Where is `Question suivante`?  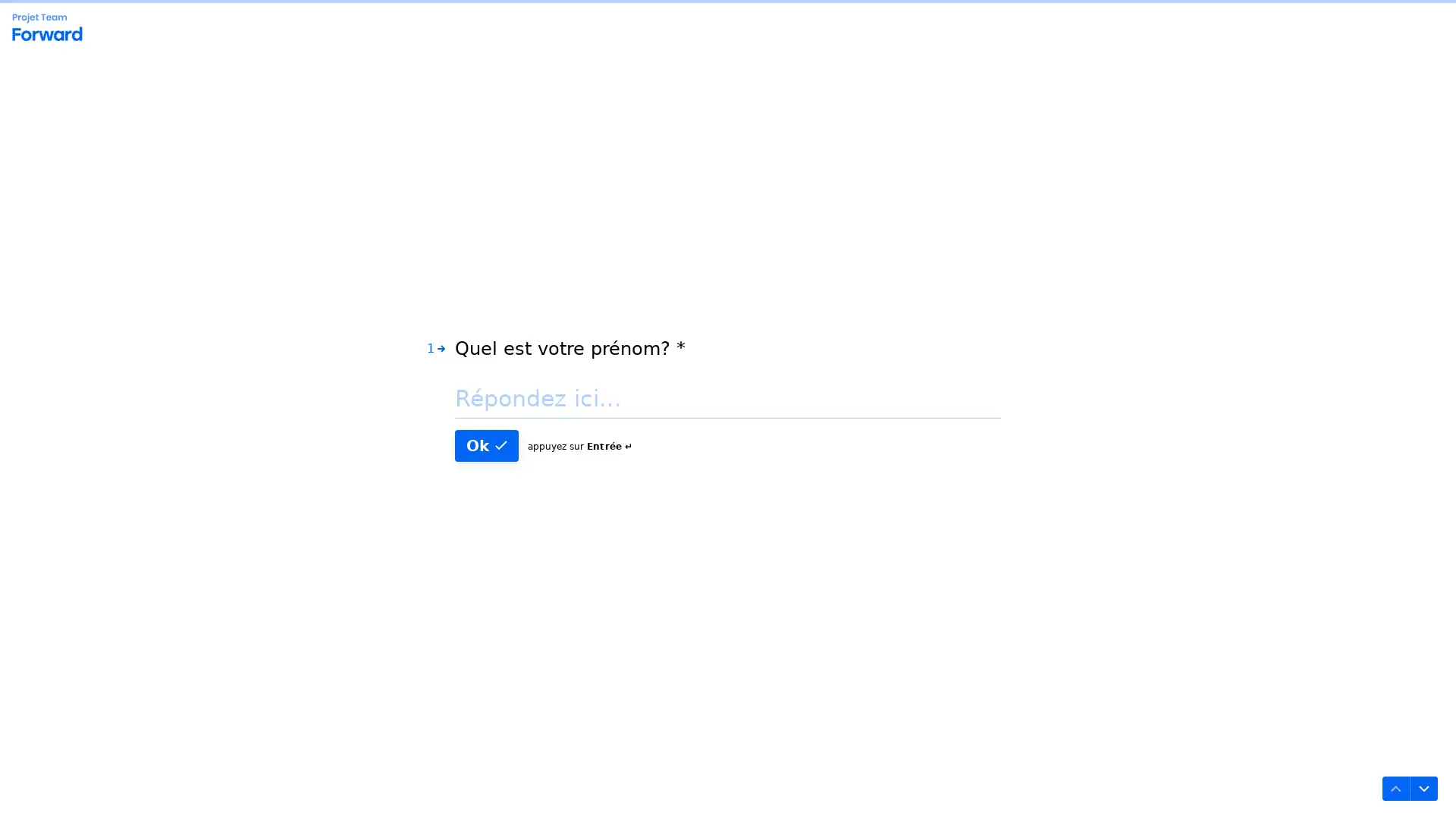 Question suivante is located at coordinates (1423, 788).